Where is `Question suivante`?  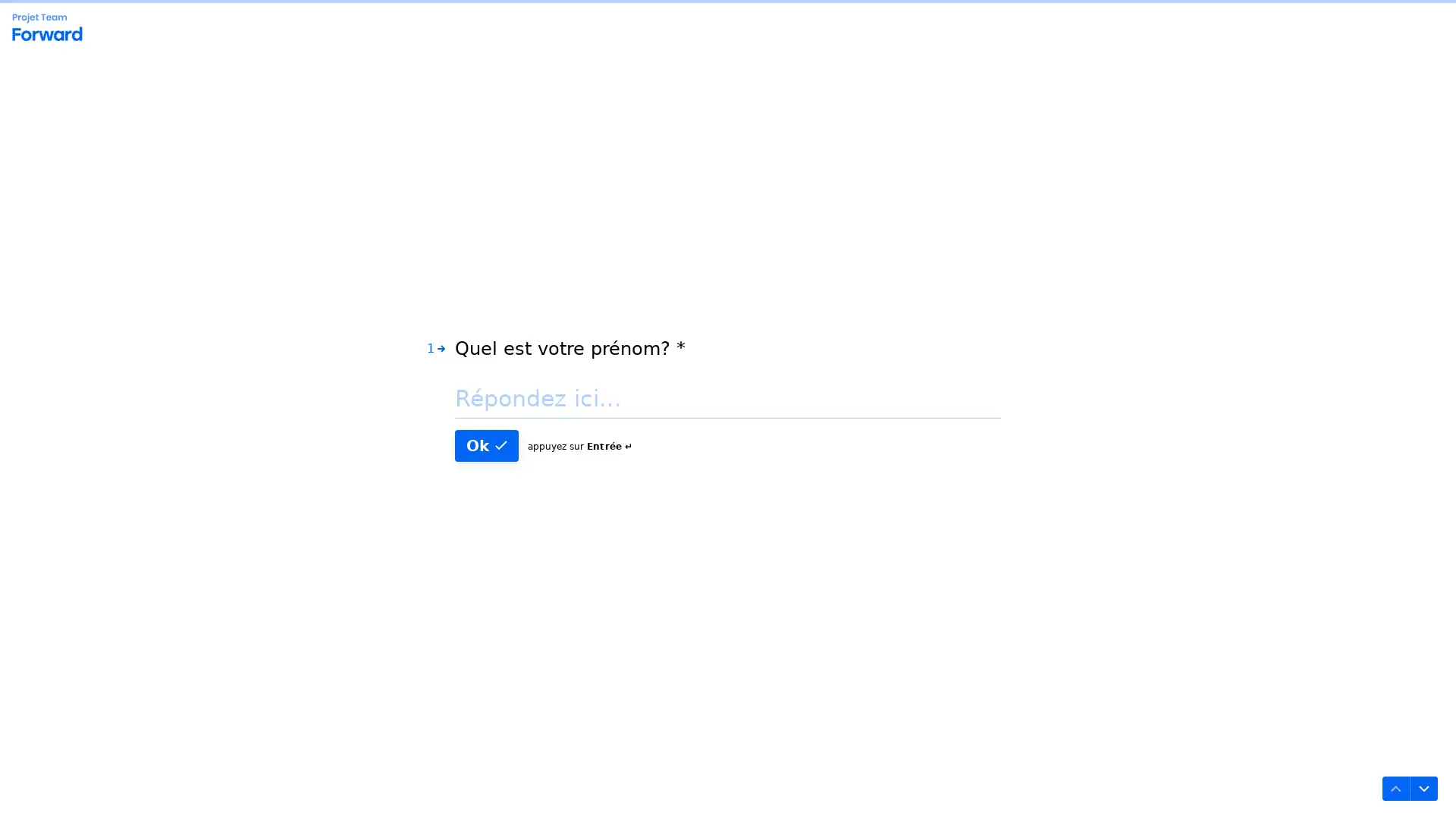 Question suivante is located at coordinates (1423, 788).